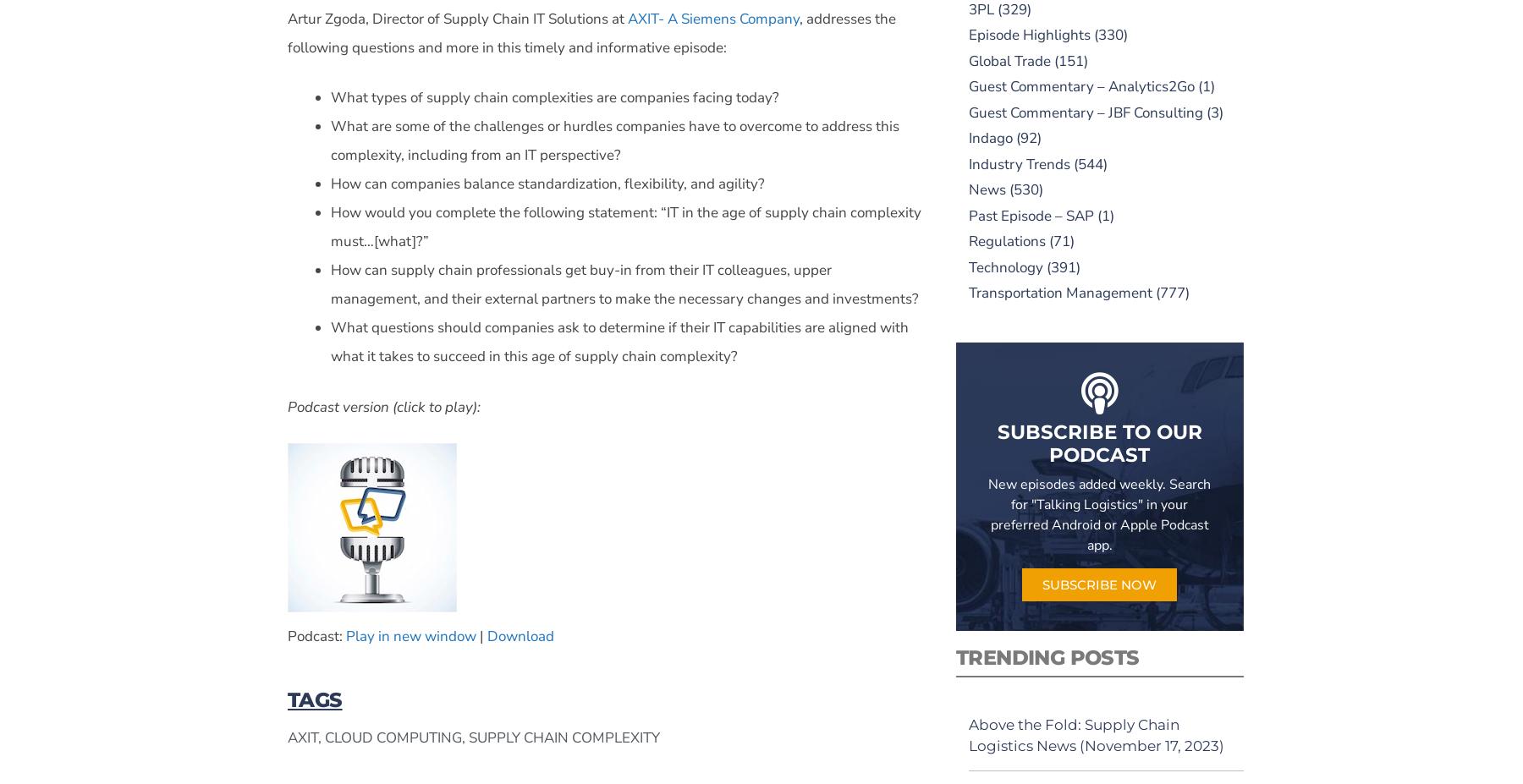  I want to click on 'TAGS', so click(288, 699).